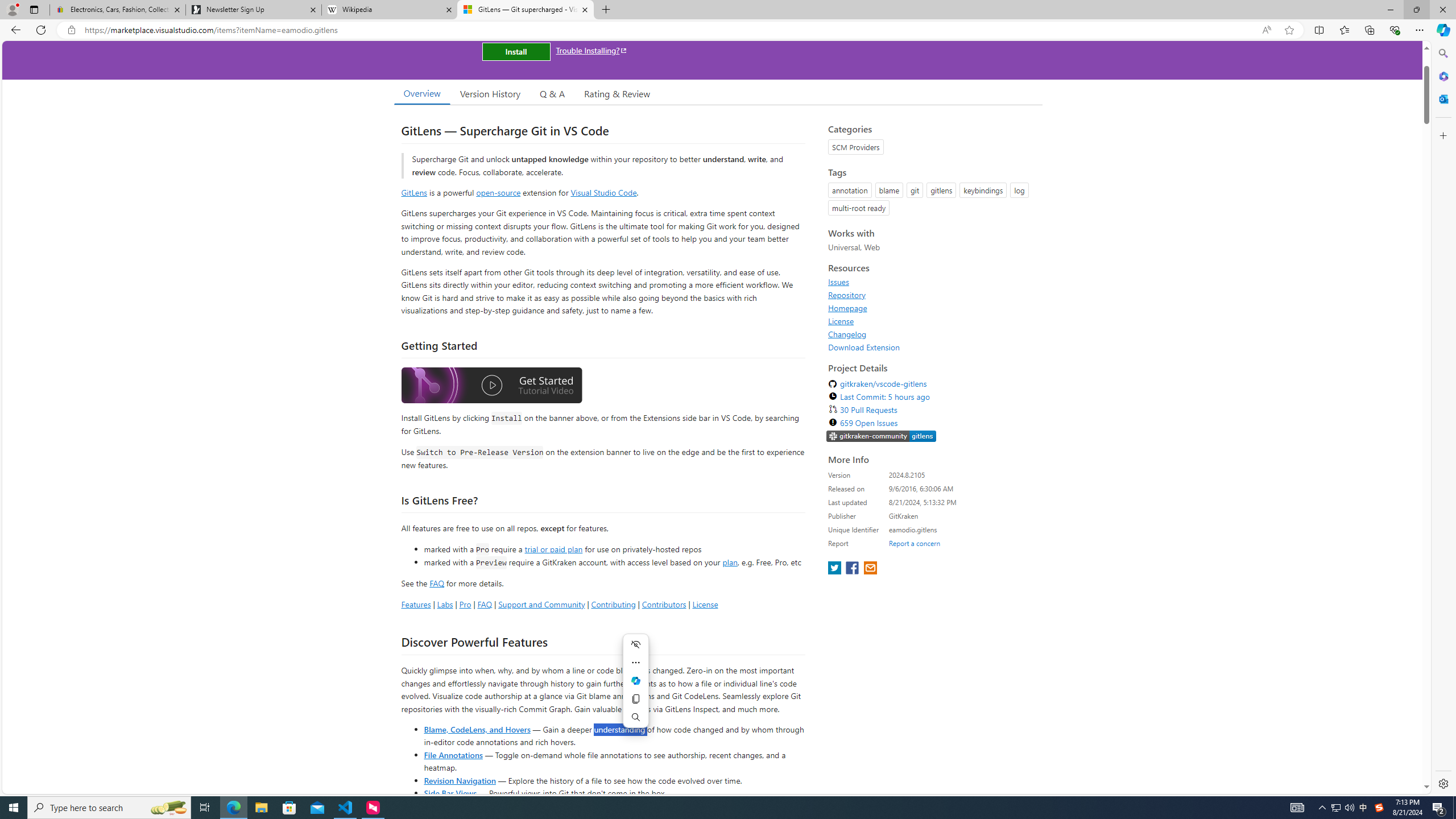 The image size is (1456, 819). I want to click on 'Newsletter Sign Up', so click(253, 9).